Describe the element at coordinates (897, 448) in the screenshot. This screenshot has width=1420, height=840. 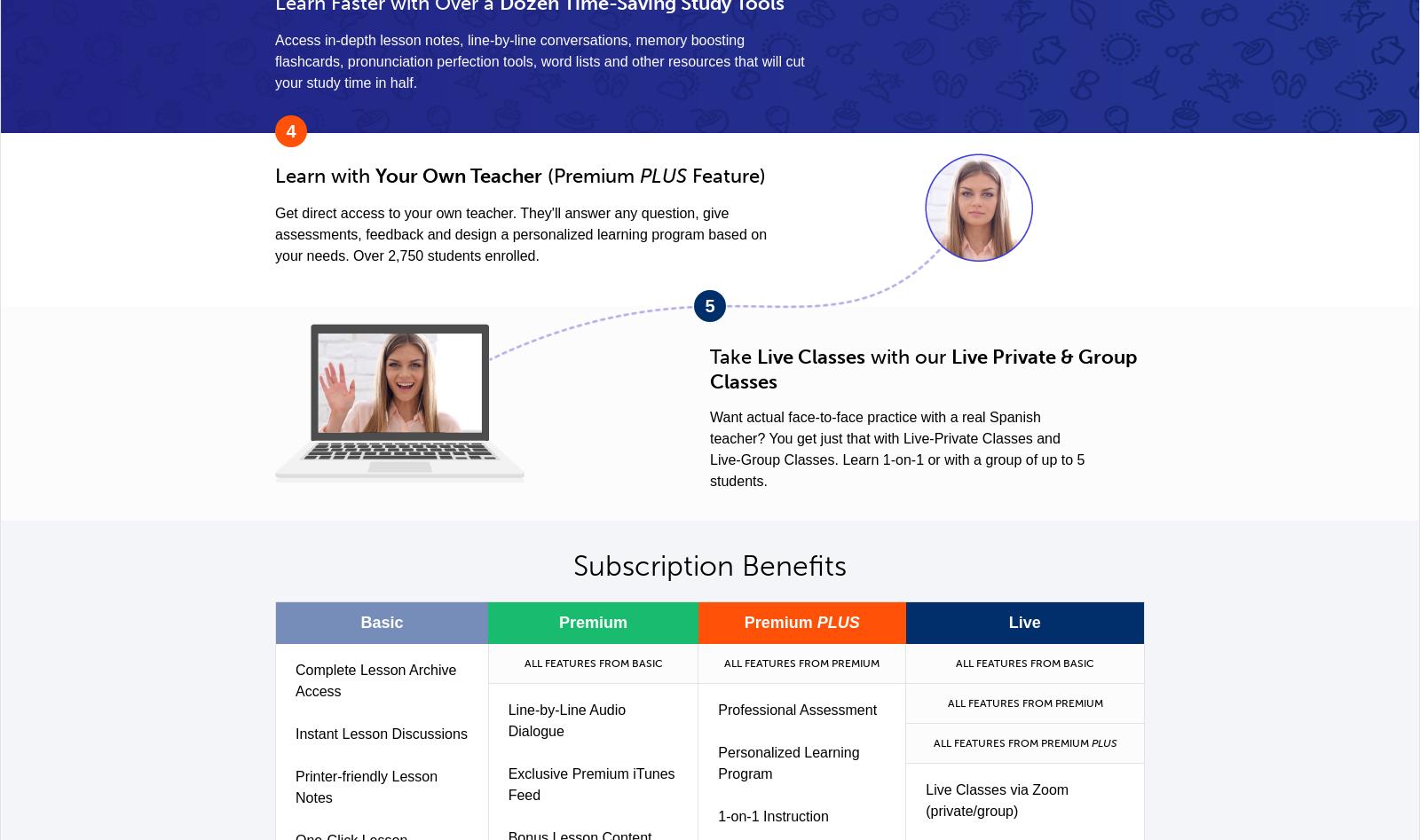
I see `'Want actual face-to-face practice with a real Spanish teacher? You get just that with Live-Private Classes and Live-Group Classes. Learn 1-on-1 or with a group of up to 5 students.'` at that location.